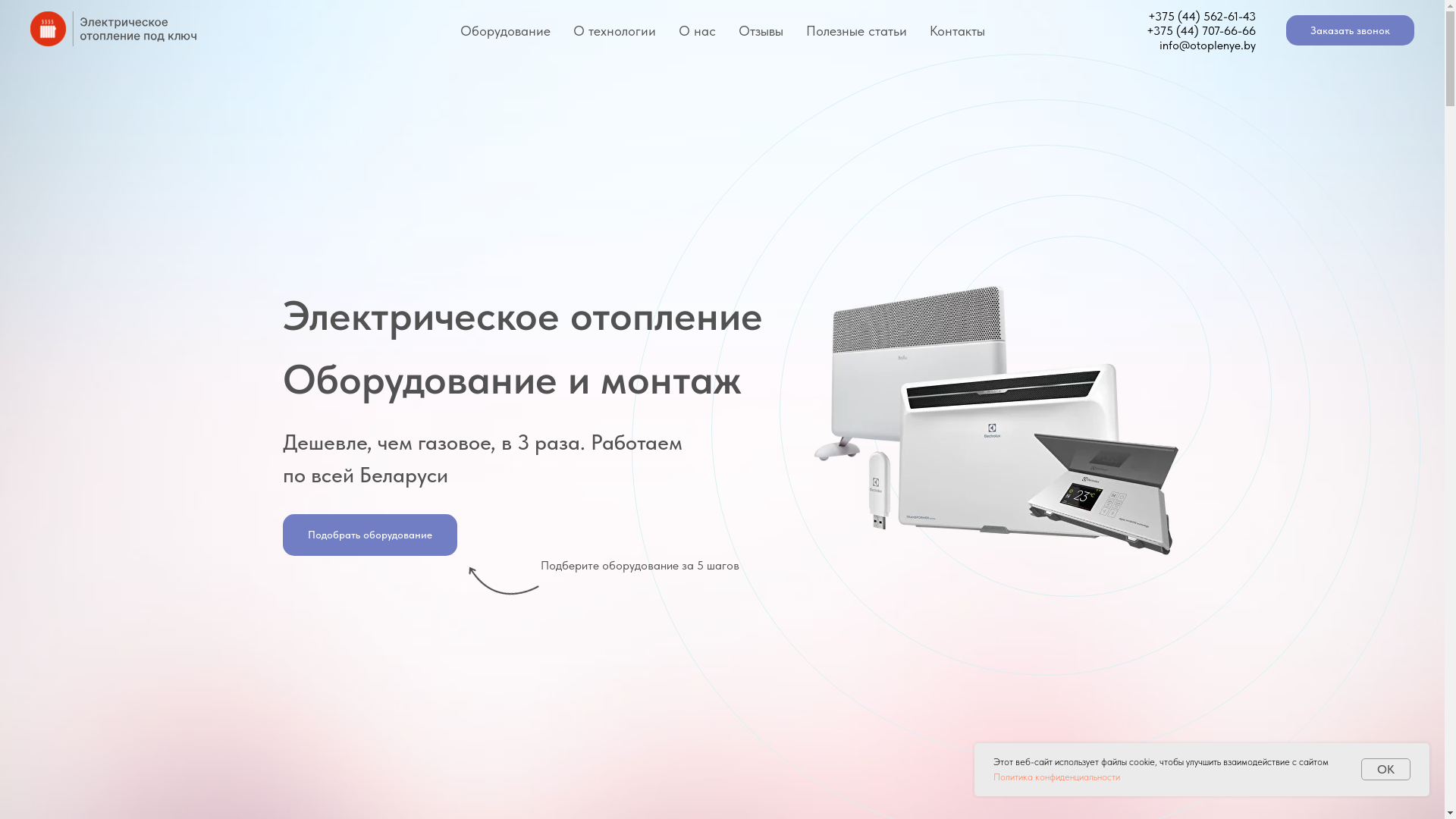 The width and height of the screenshot is (1456, 819). Describe the element at coordinates (1159, 44) in the screenshot. I see `'info@otoplenye.by'` at that location.